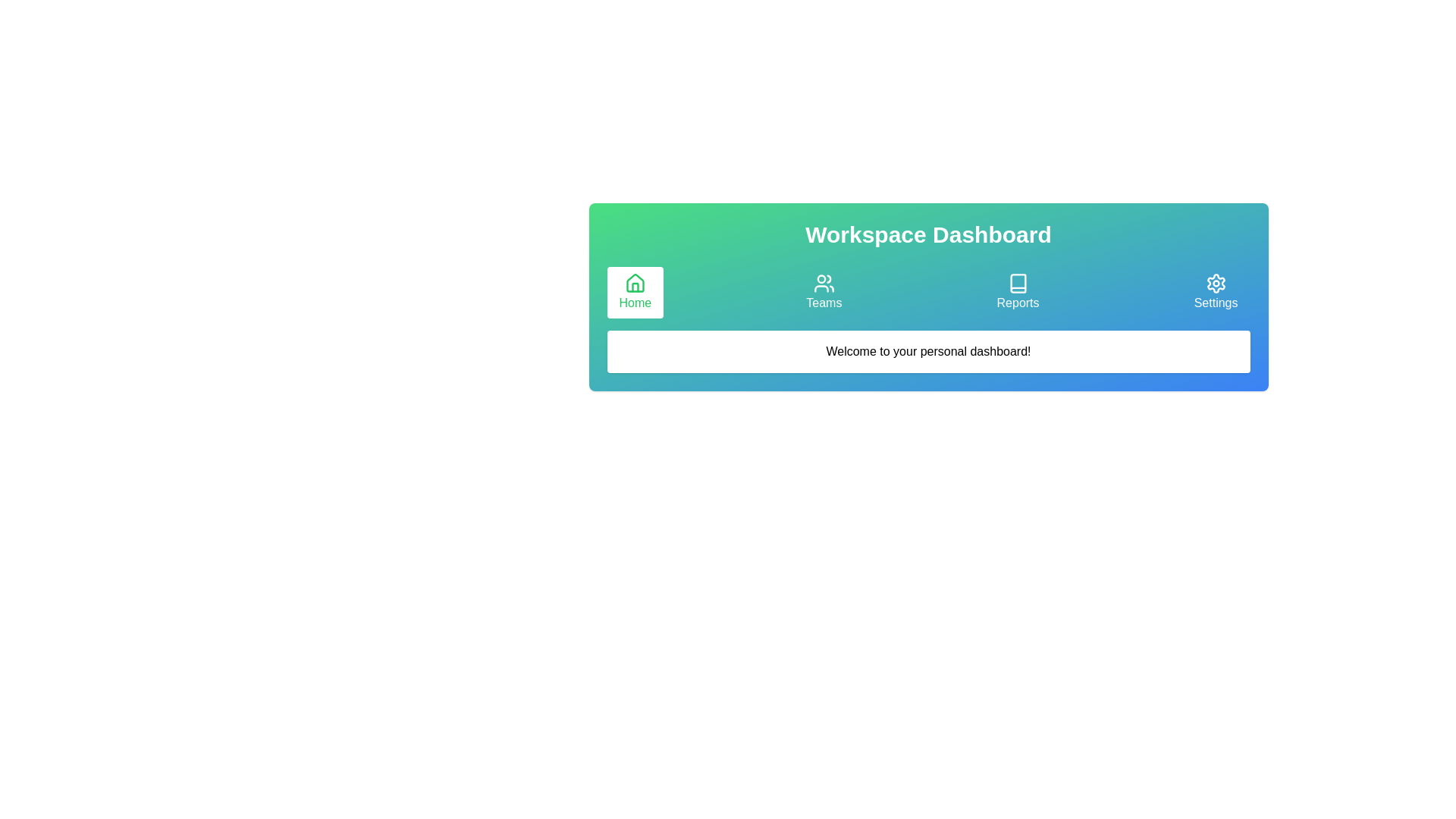 This screenshot has width=1456, height=819. What do you see at coordinates (823, 284) in the screenshot?
I see `the minimalist icon representing a group of people, located in the navigation bar above the 'Teams' label, which is the second item from the left between 'Home' and 'Reports'` at bounding box center [823, 284].